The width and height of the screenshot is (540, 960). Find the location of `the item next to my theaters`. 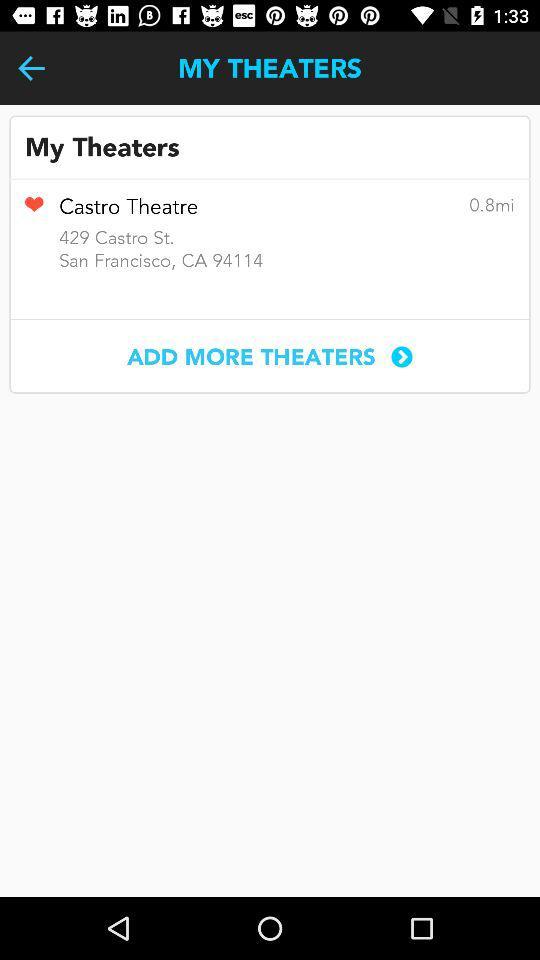

the item next to my theaters is located at coordinates (30, 68).